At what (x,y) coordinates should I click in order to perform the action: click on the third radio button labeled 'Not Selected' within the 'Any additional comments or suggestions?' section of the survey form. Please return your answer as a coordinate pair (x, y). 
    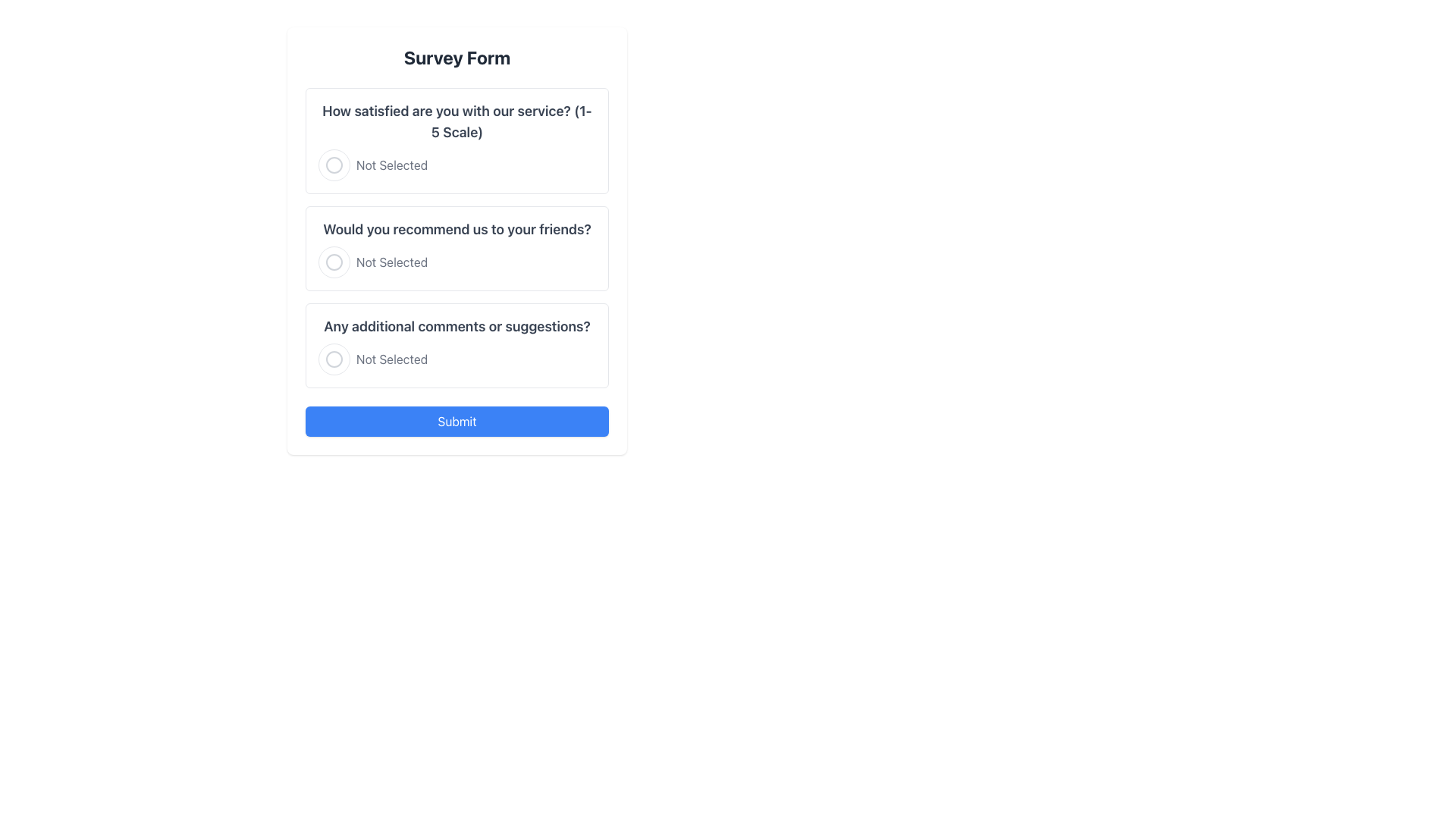
    Looking at the image, I should click on (457, 359).